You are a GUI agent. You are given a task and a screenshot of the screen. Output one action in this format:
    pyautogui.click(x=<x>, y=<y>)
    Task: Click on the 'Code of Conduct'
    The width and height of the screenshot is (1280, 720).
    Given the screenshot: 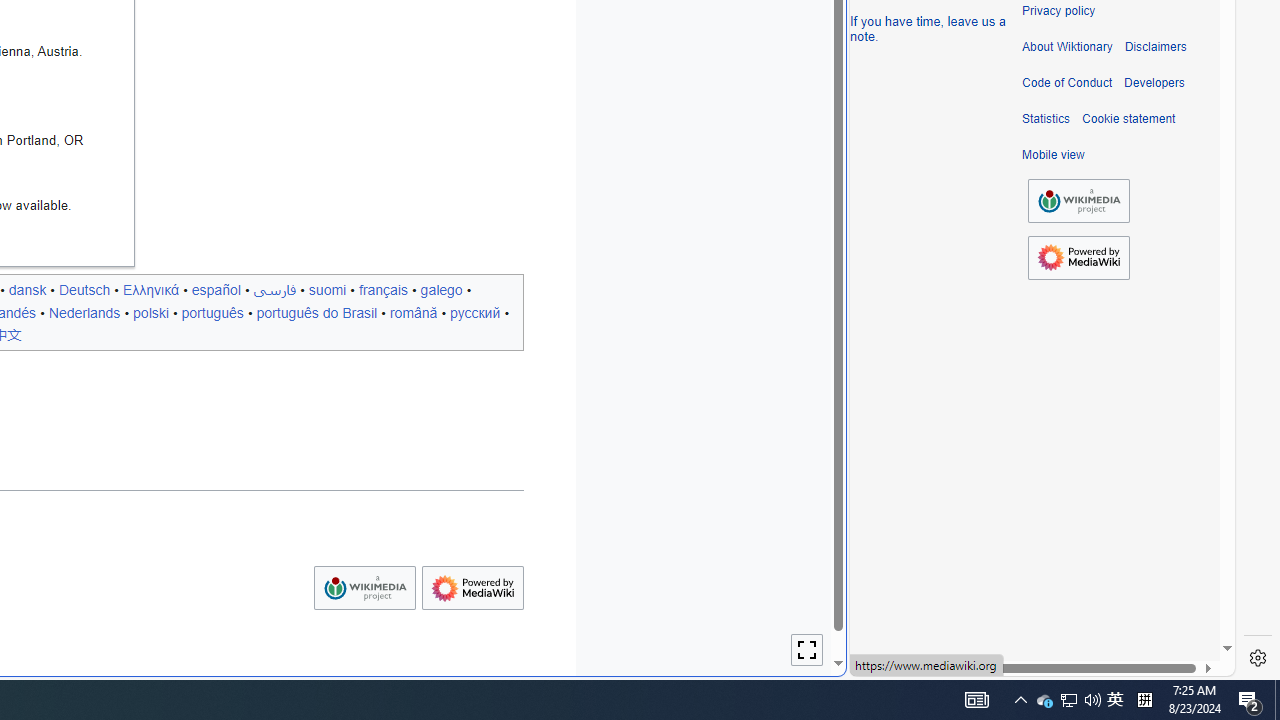 What is the action you would take?
    pyautogui.click(x=1066, y=82)
    